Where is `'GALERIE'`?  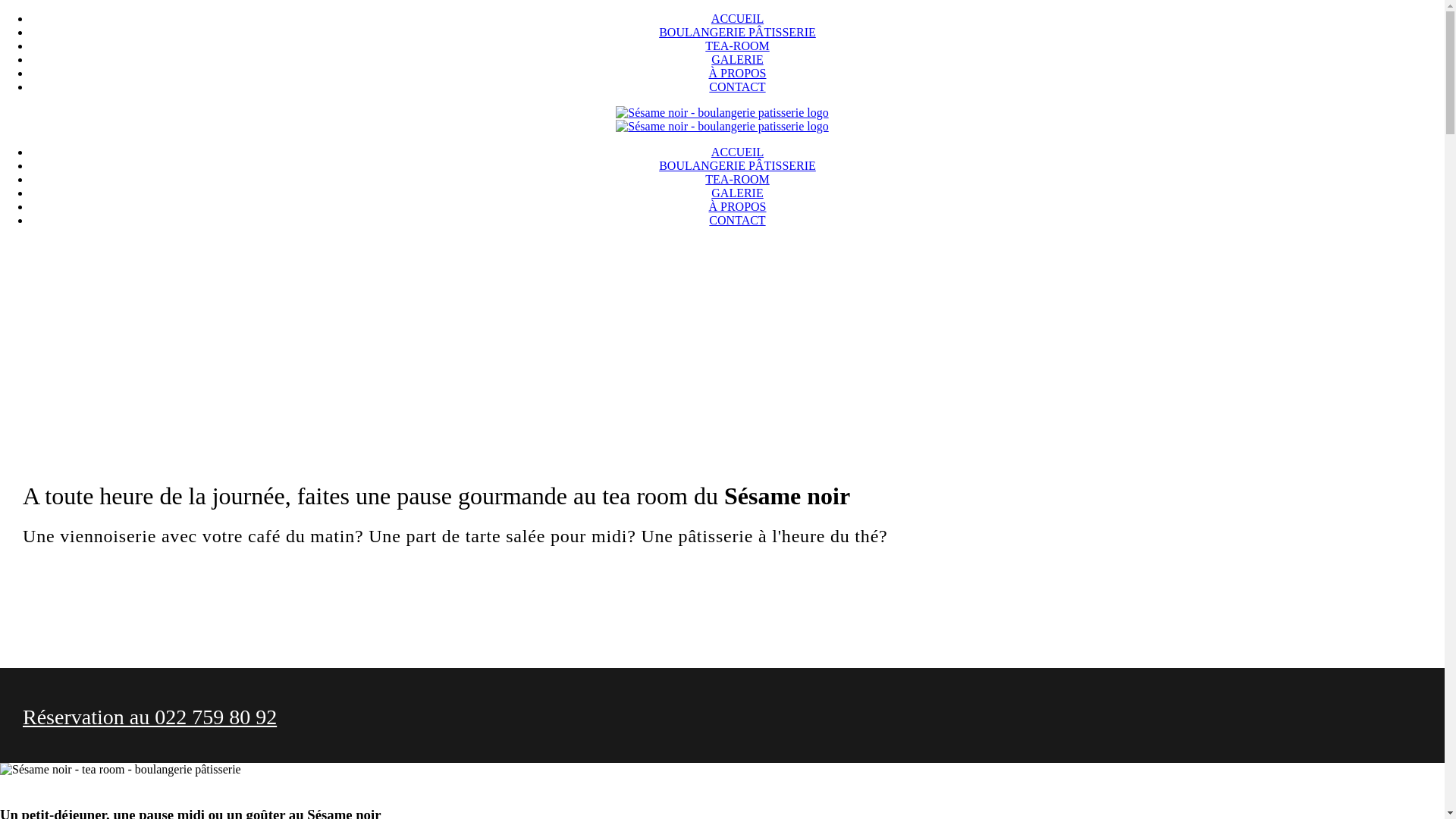
'GALERIE' is located at coordinates (736, 58).